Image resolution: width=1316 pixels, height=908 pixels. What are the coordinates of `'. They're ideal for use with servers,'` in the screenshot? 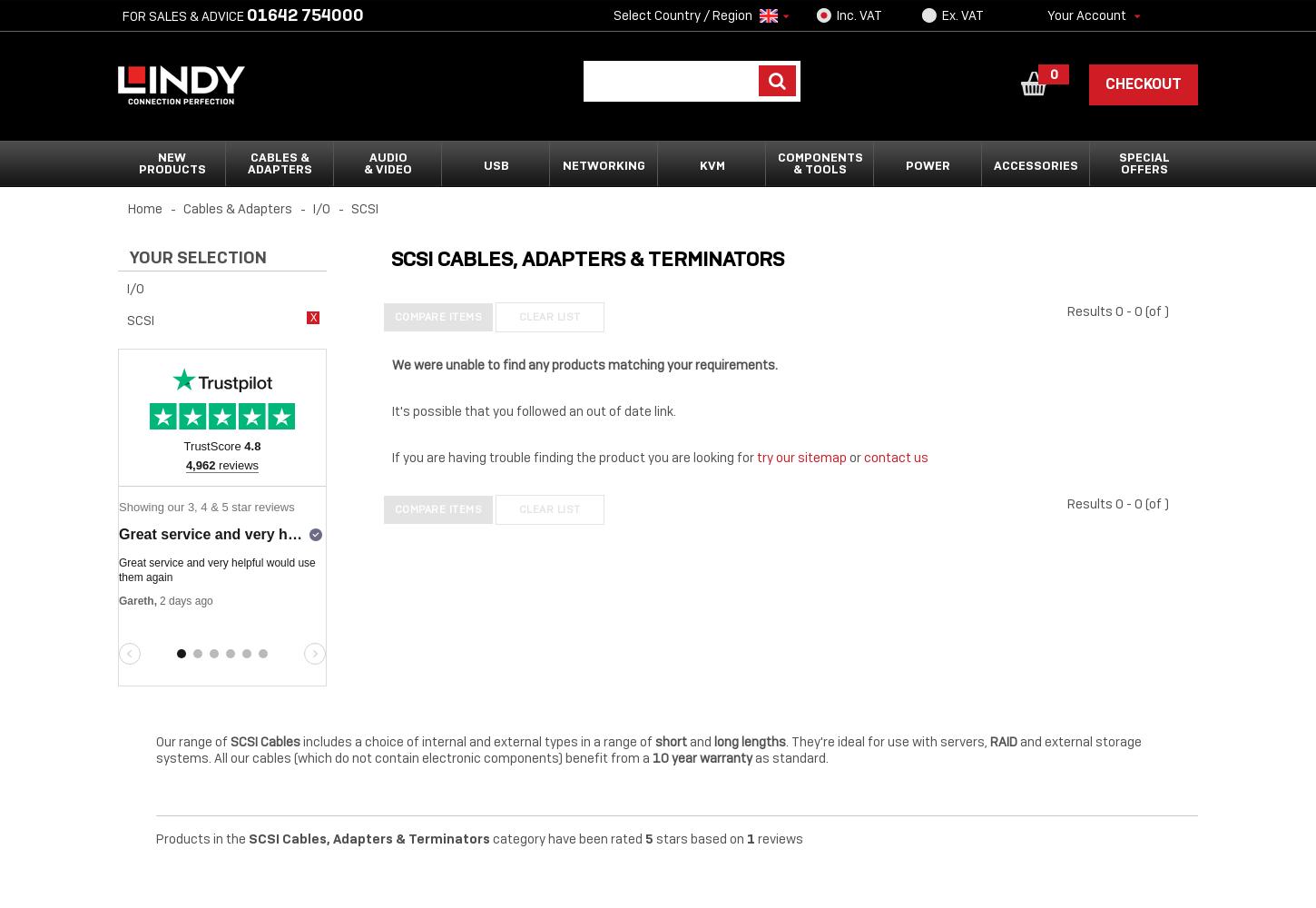 It's located at (888, 741).